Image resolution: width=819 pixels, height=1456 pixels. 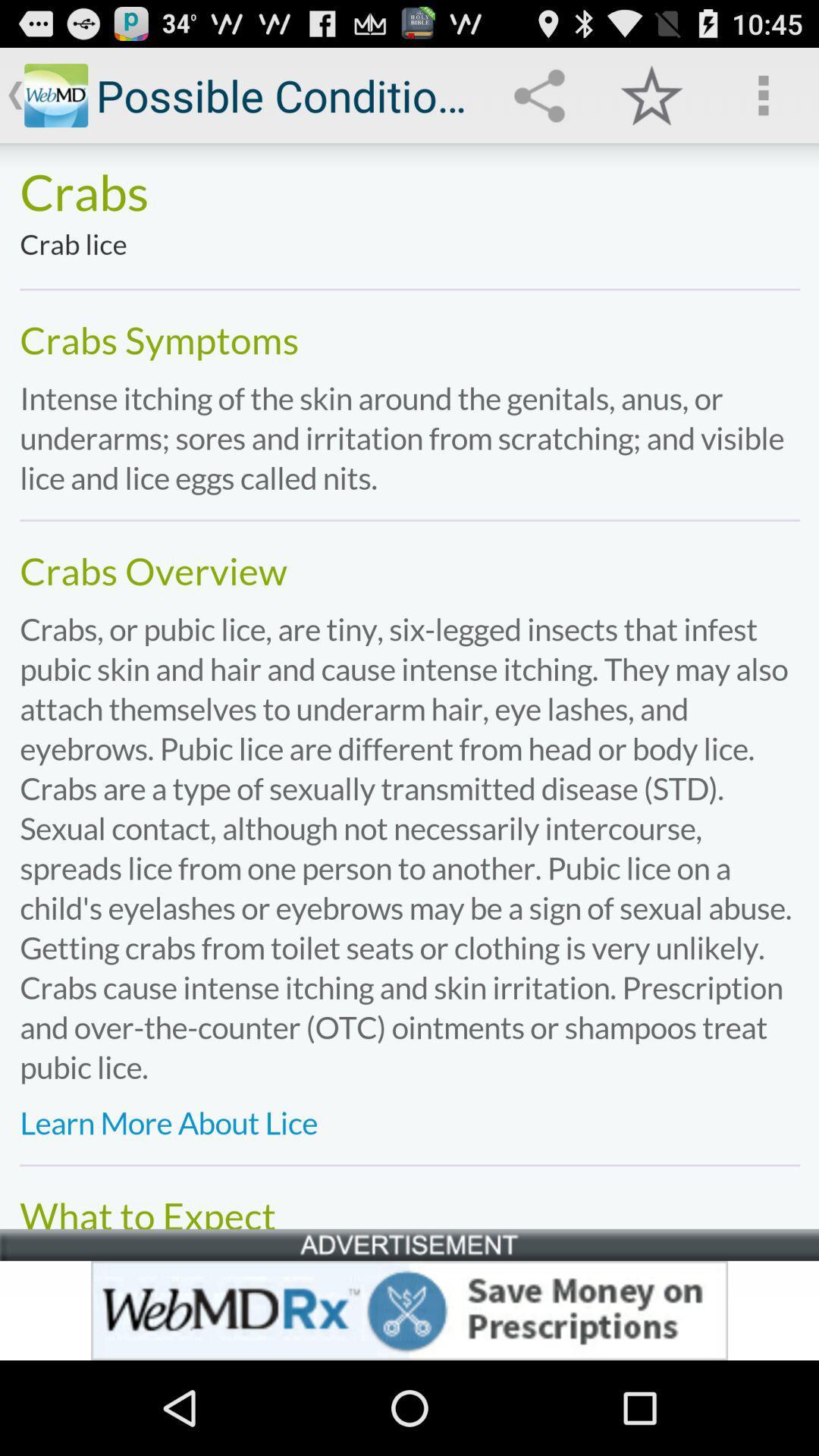 What do you see at coordinates (409, 685) in the screenshot?
I see `description` at bounding box center [409, 685].